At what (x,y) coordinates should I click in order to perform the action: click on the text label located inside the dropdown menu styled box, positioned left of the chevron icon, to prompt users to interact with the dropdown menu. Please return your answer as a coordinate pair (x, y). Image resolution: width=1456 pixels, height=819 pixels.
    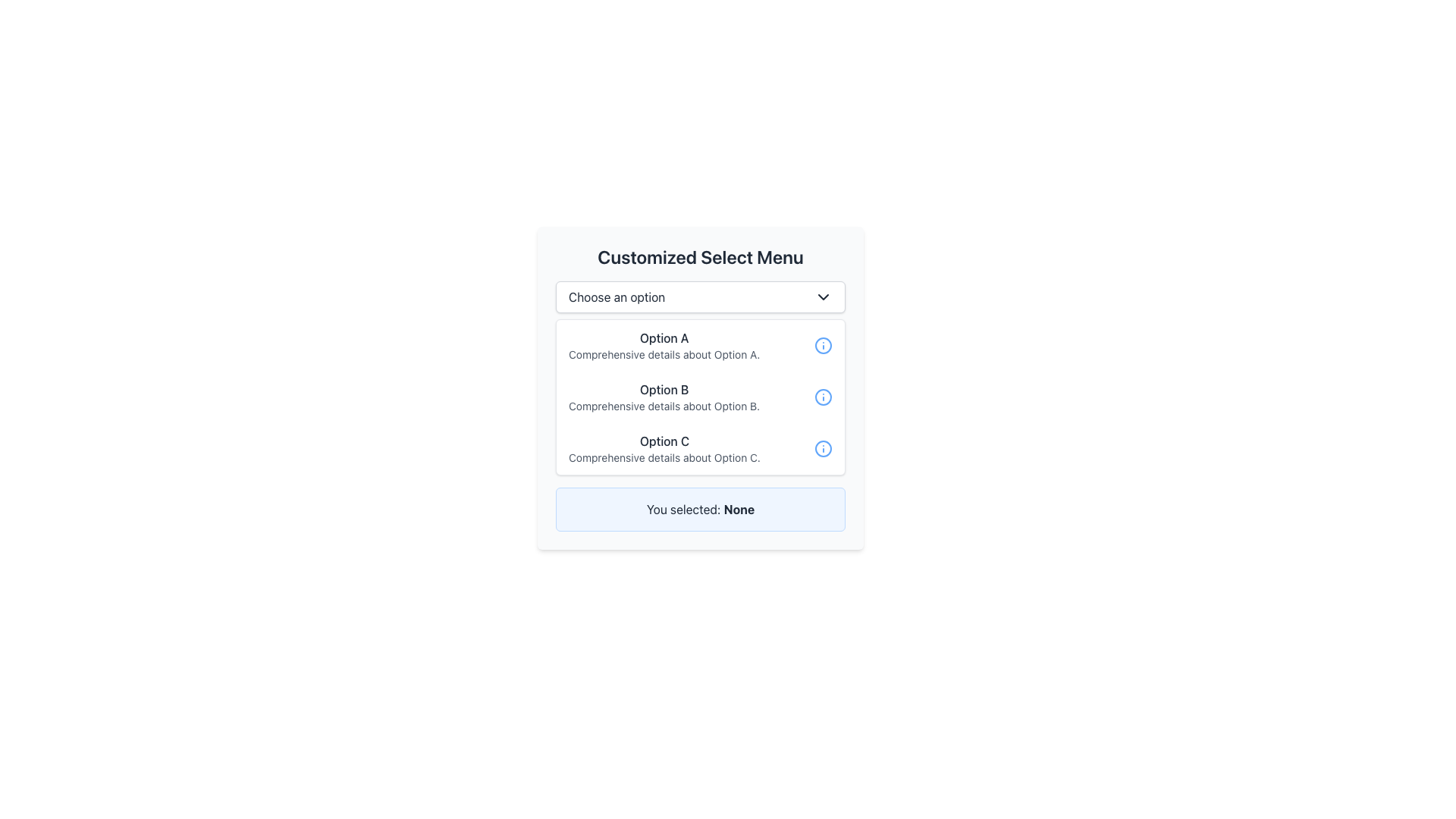
    Looking at the image, I should click on (617, 297).